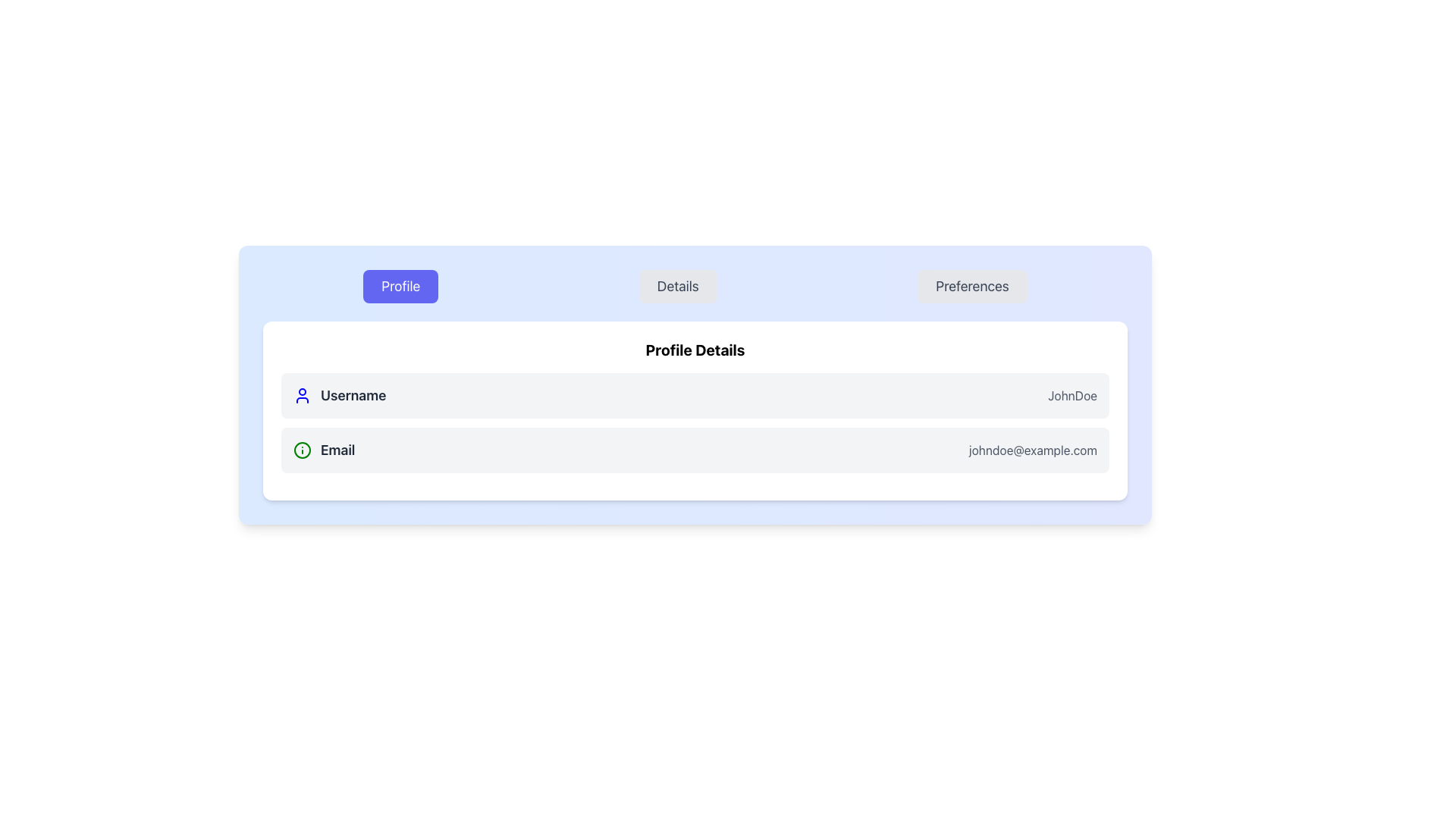 The image size is (1456, 819). What do you see at coordinates (694, 350) in the screenshot?
I see `header text located at the top of the 'Profile Details' card, which summarizes user information such as username and email` at bounding box center [694, 350].